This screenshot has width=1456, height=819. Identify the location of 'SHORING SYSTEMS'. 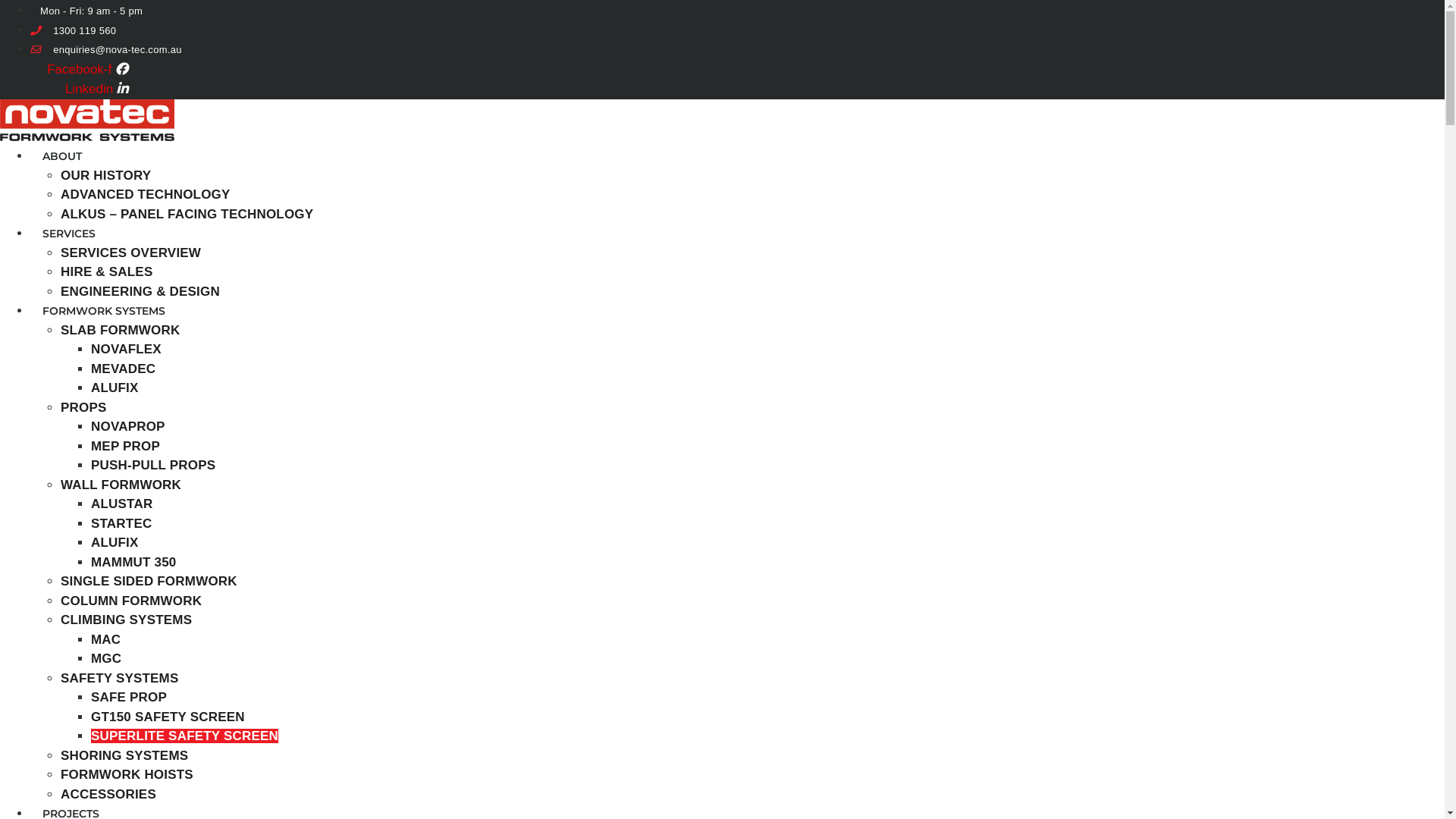
(124, 755).